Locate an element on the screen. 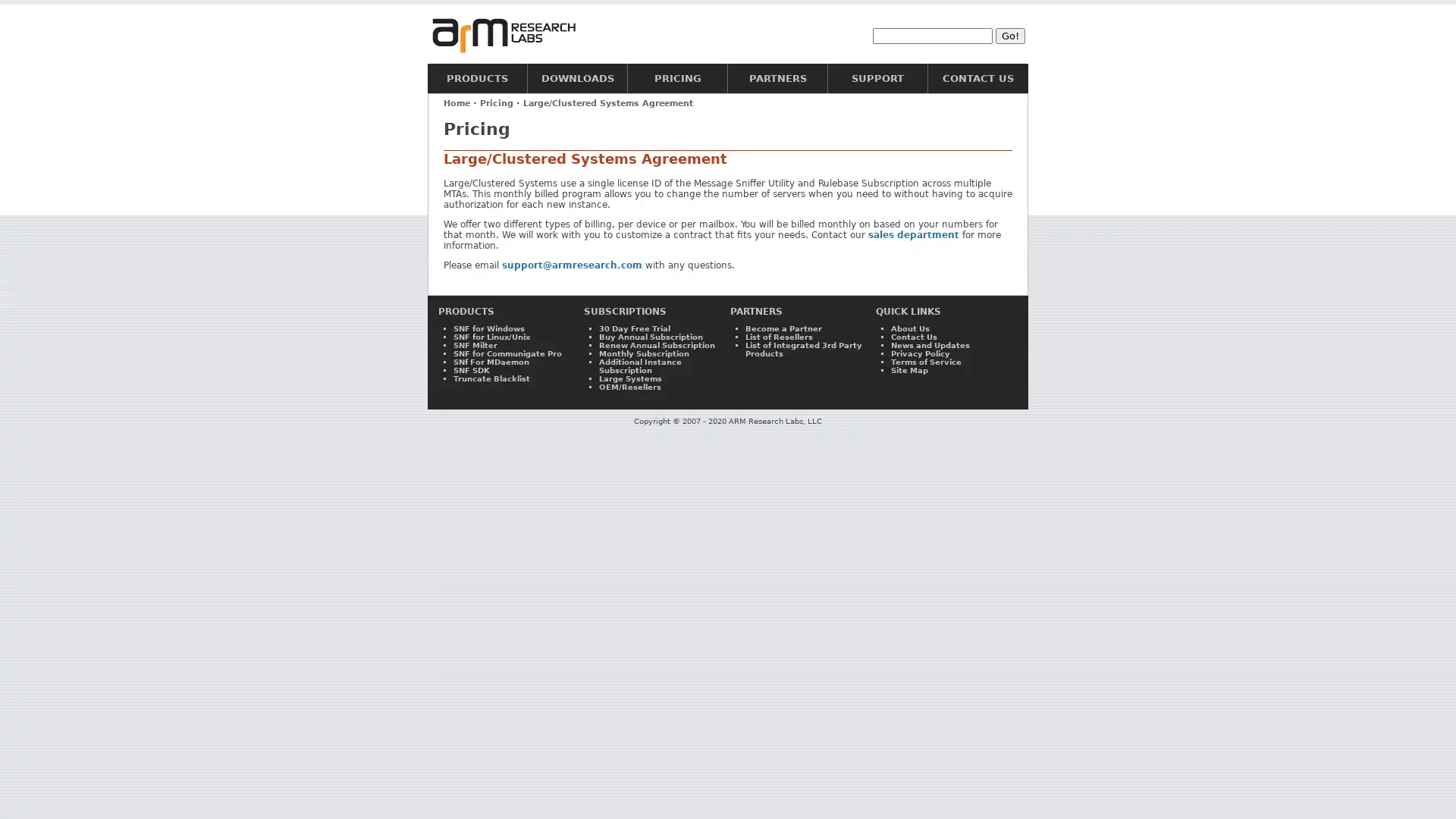 This screenshot has height=819, width=1456. Go! is located at coordinates (1010, 34).